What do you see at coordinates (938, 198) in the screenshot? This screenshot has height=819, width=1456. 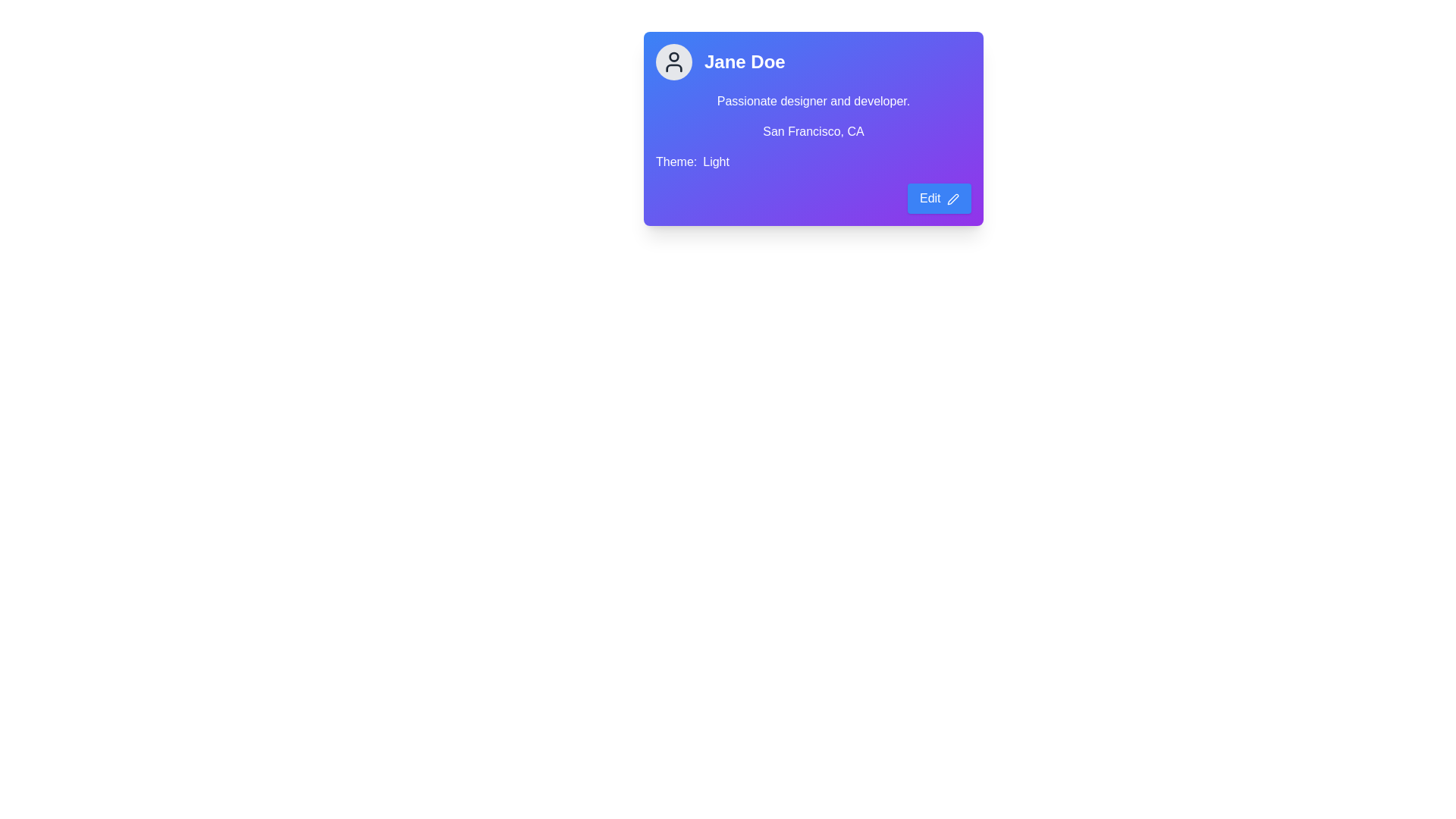 I see `the blue button labeled 'Edit' with a pen icon on the right` at bounding box center [938, 198].